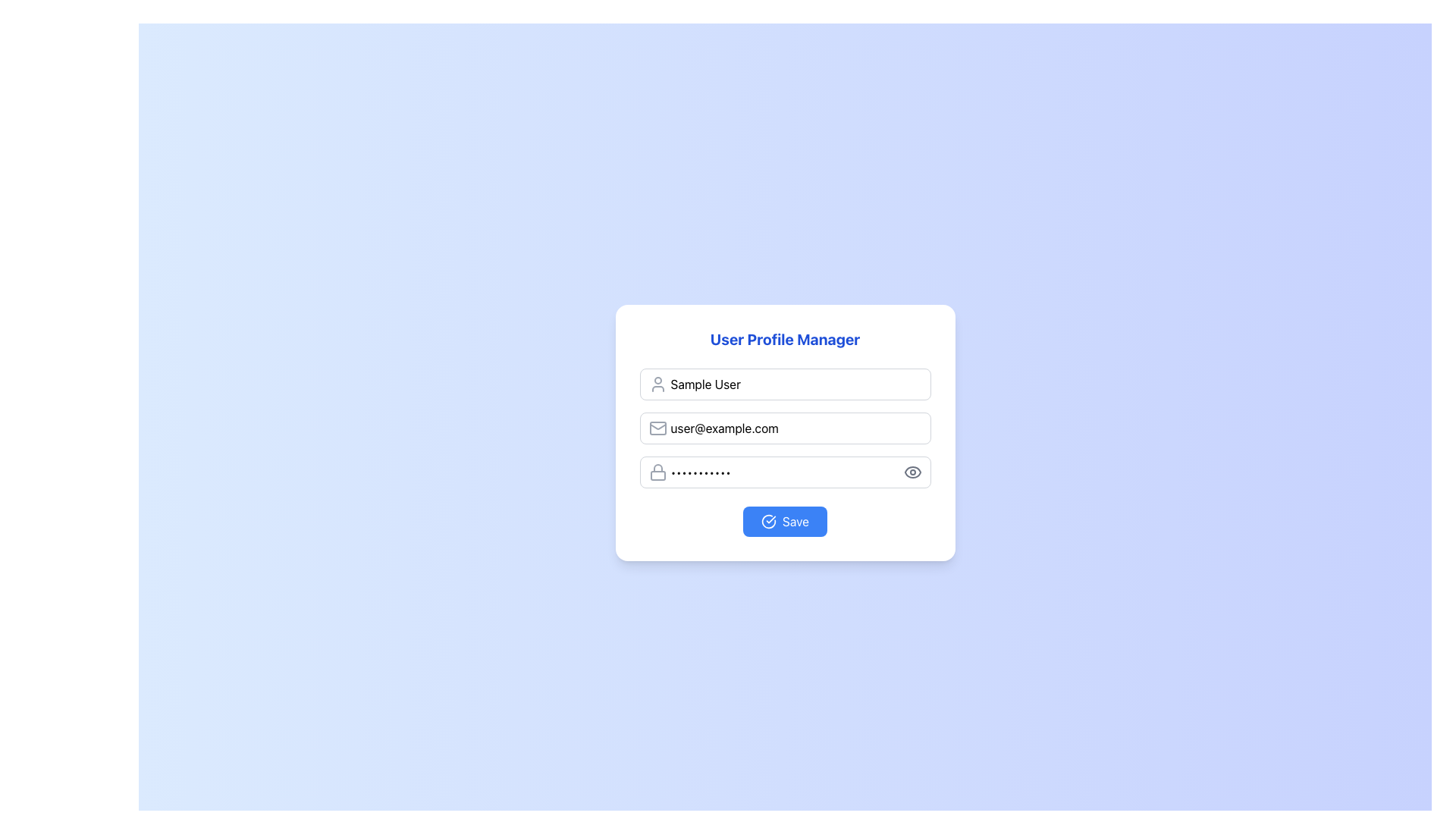 The width and height of the screenshot is (1456, 819). I want to click on the lower part of the lock icon representing security, located to the left of the password input field in the user settings interface, so click(657, 475).